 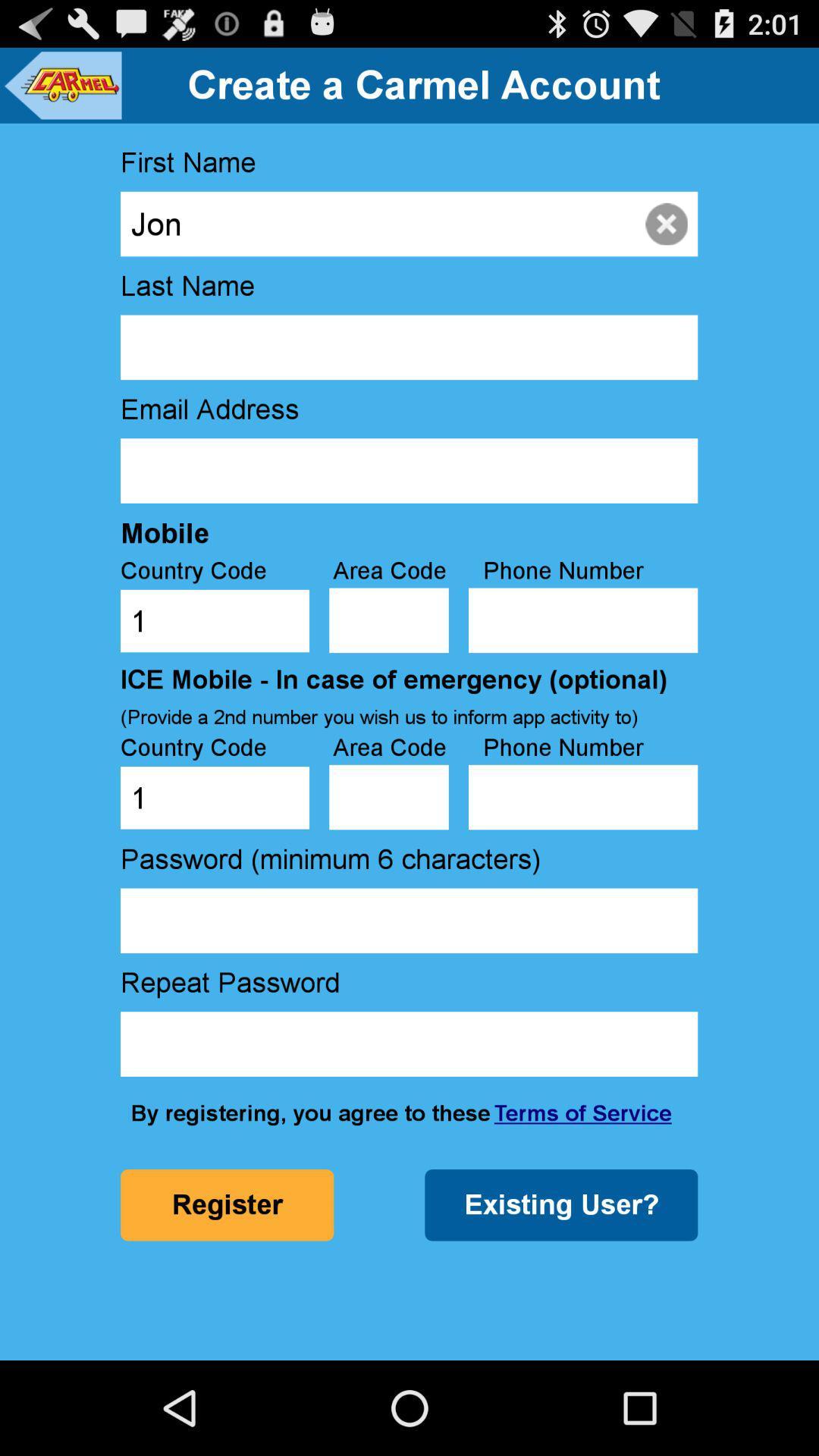 I want to click on item next to the existing user?, so click(x=227, y=1204).